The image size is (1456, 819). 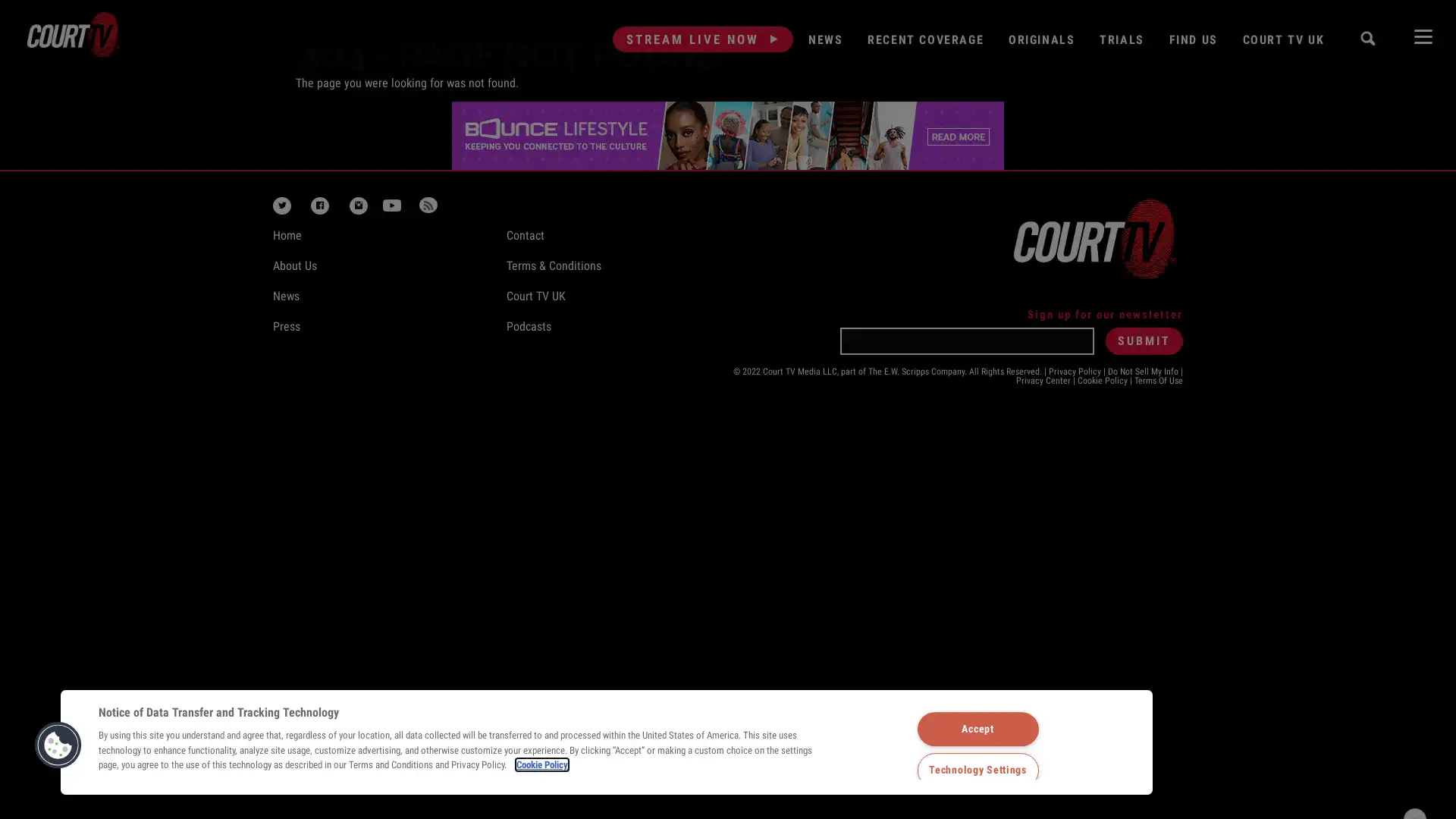 I want to click on Cookies, so click(x=58, y=744).